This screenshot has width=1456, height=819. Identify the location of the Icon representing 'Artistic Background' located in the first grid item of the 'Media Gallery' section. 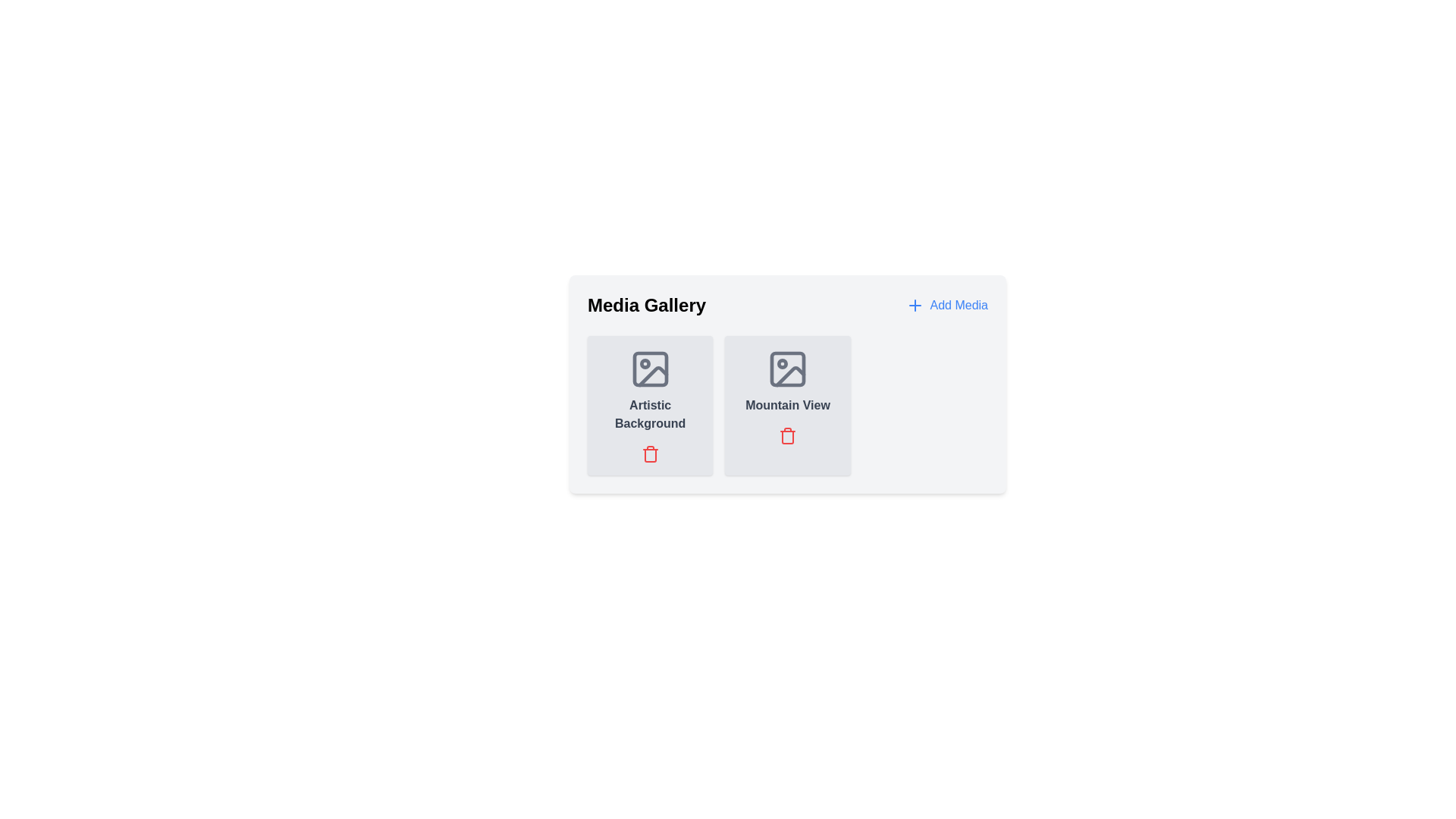
(650, 369).